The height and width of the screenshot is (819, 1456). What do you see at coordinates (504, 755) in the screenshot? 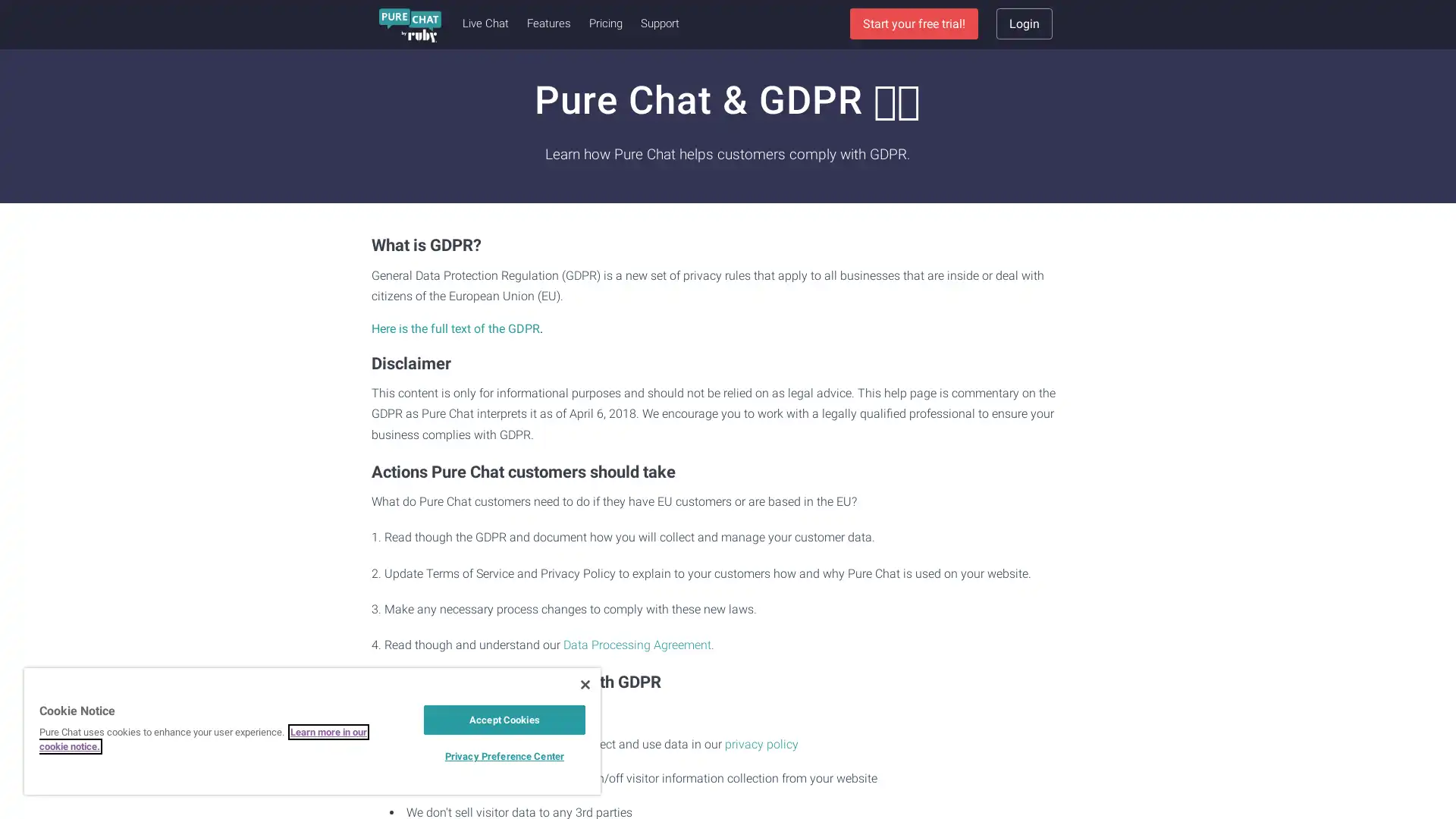
I see `Privacy Preference Center` at bounding box center [504, 755].